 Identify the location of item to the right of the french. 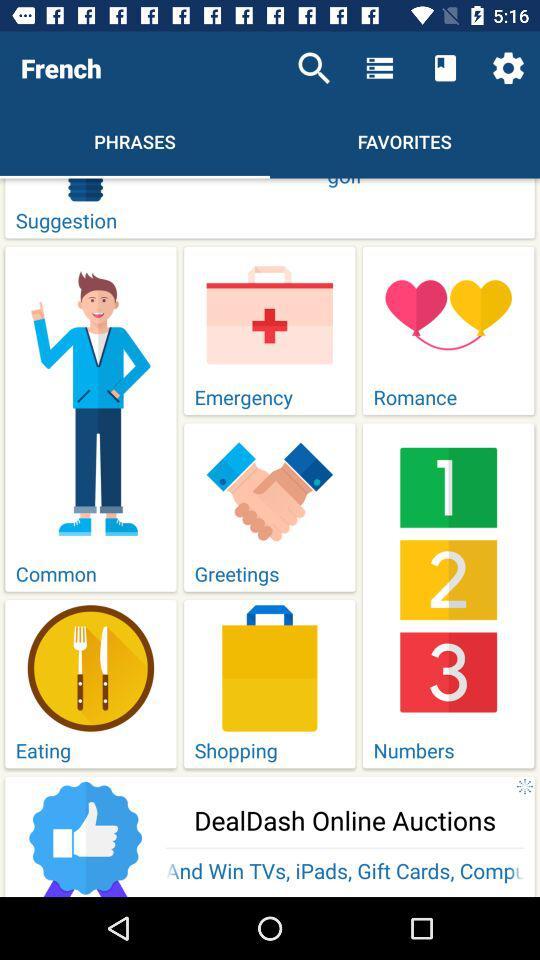
(314, 68).